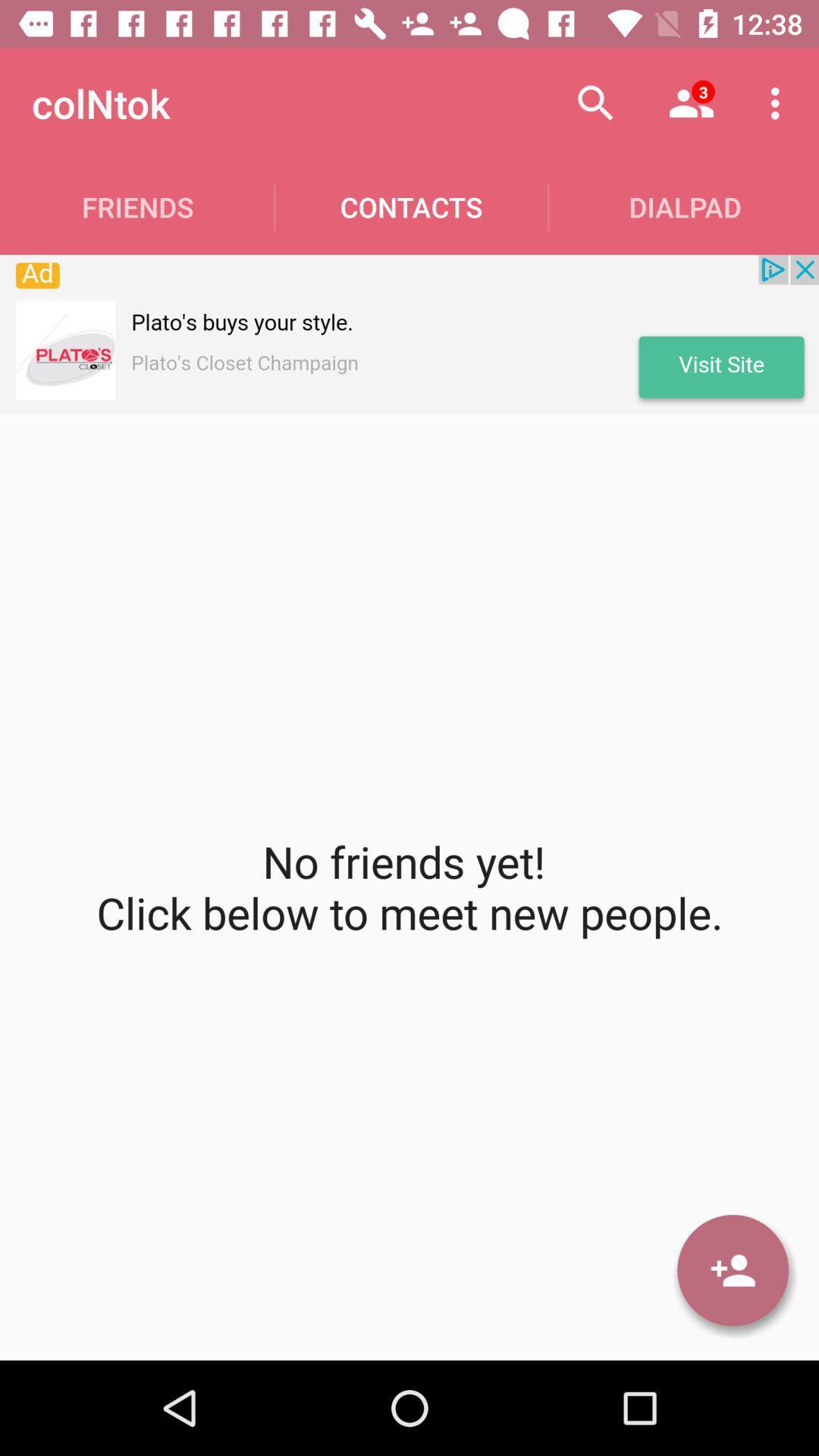 The image size is (819, 1456). Describe the element at coordinates (409, 334) in the screenshot. I see `advertisement` at that location.